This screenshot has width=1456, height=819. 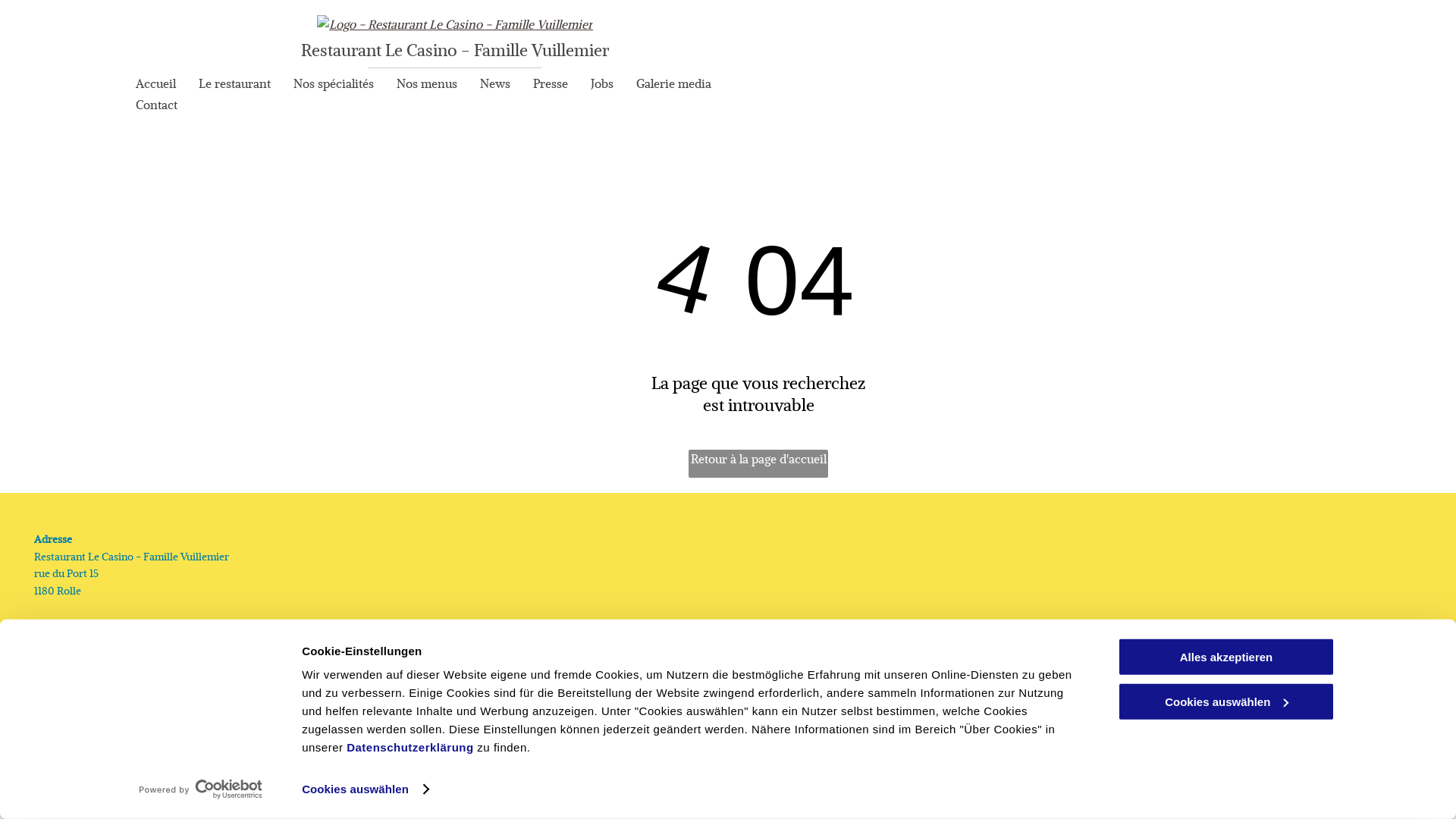 What do you see at coordinates (454, 49) in the screenshot?
I see `'Restaurant Le Casino - Famille Vuillemier'` at bounding box center [454, 49].